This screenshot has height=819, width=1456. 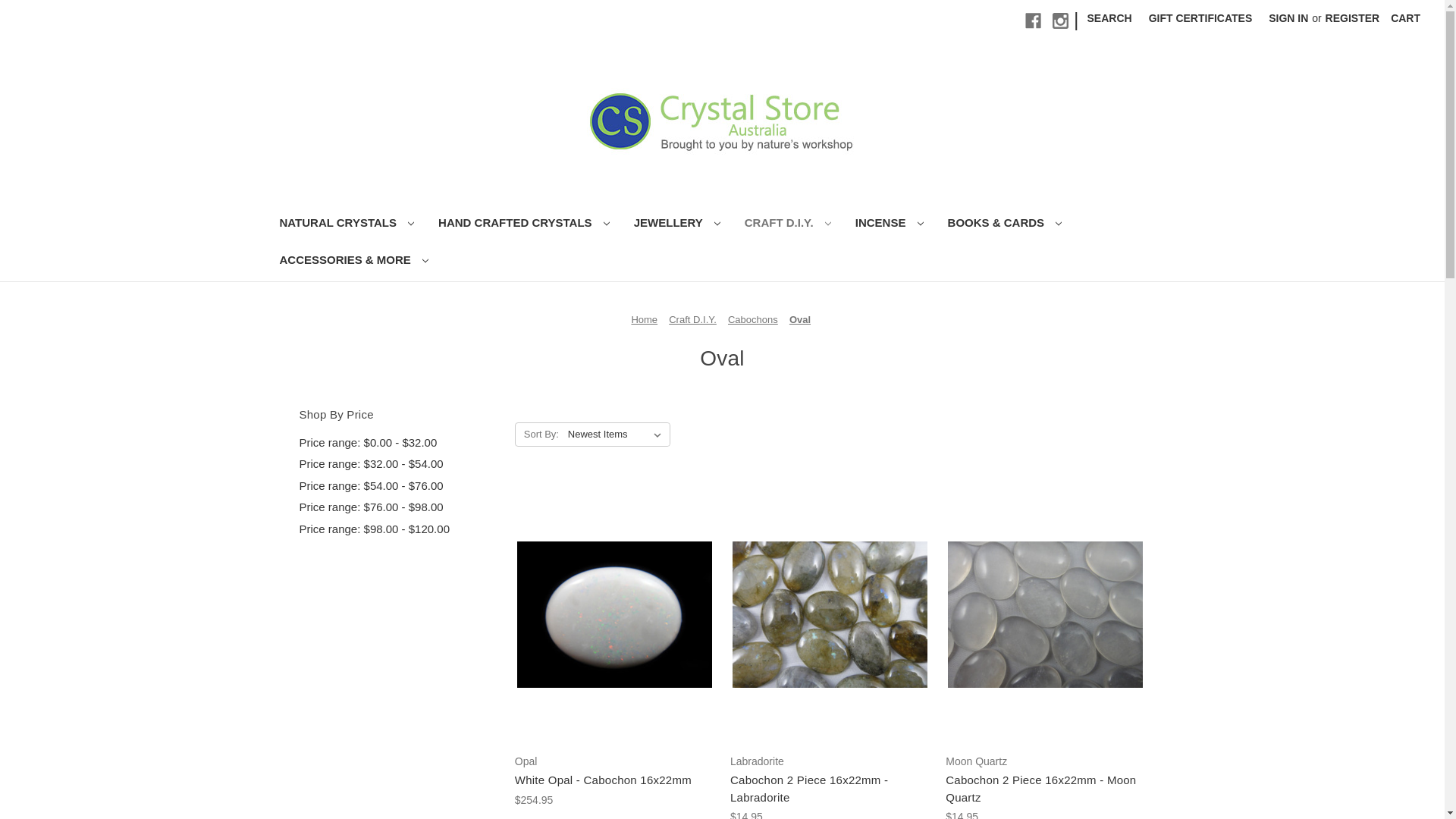 I want to click on 'ACCESSORIES & MORE', so click(x=353, y=261).